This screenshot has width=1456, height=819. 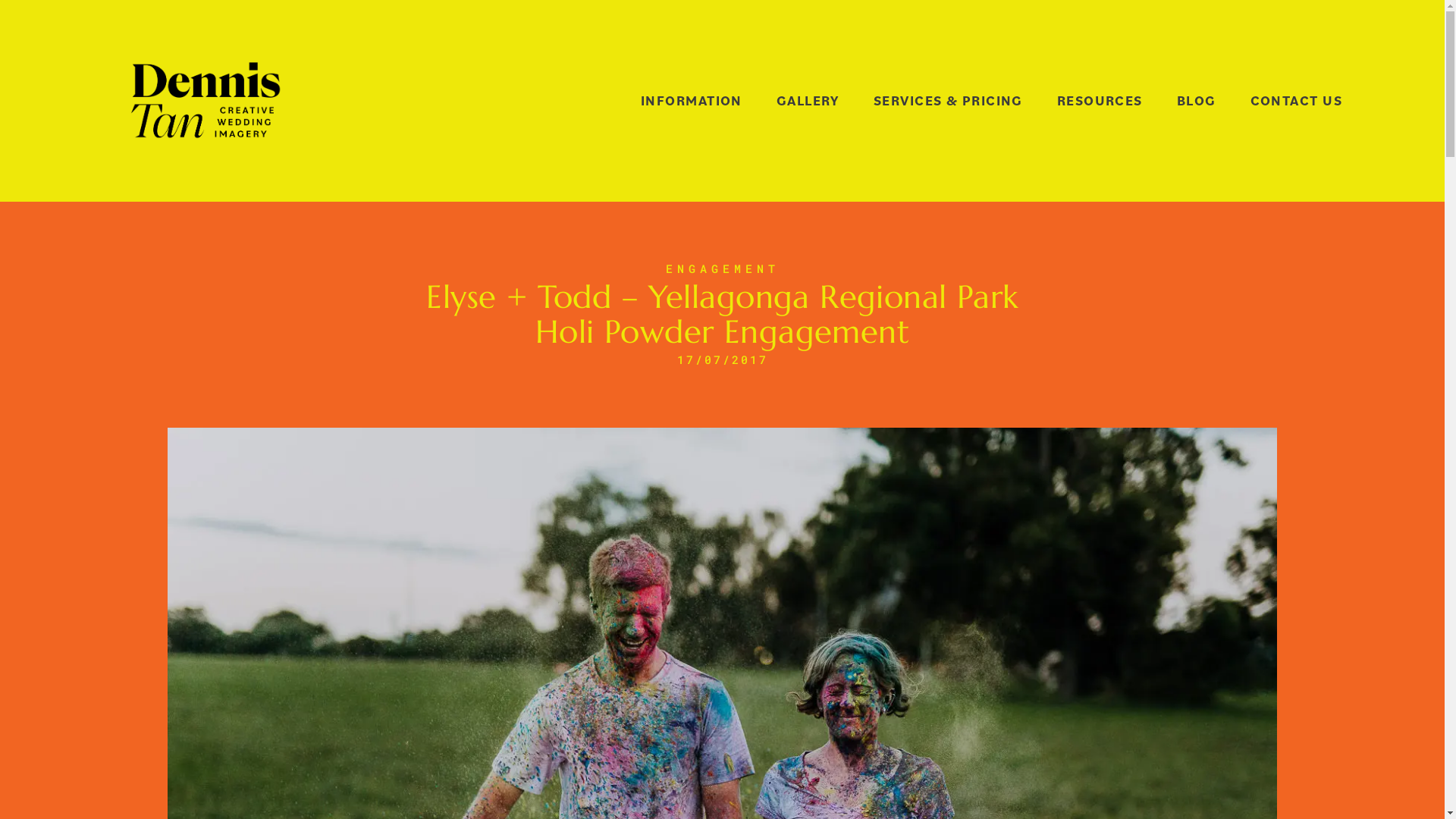 I want to click on 'ENGAGEMENT', so click(x=722, y=268).